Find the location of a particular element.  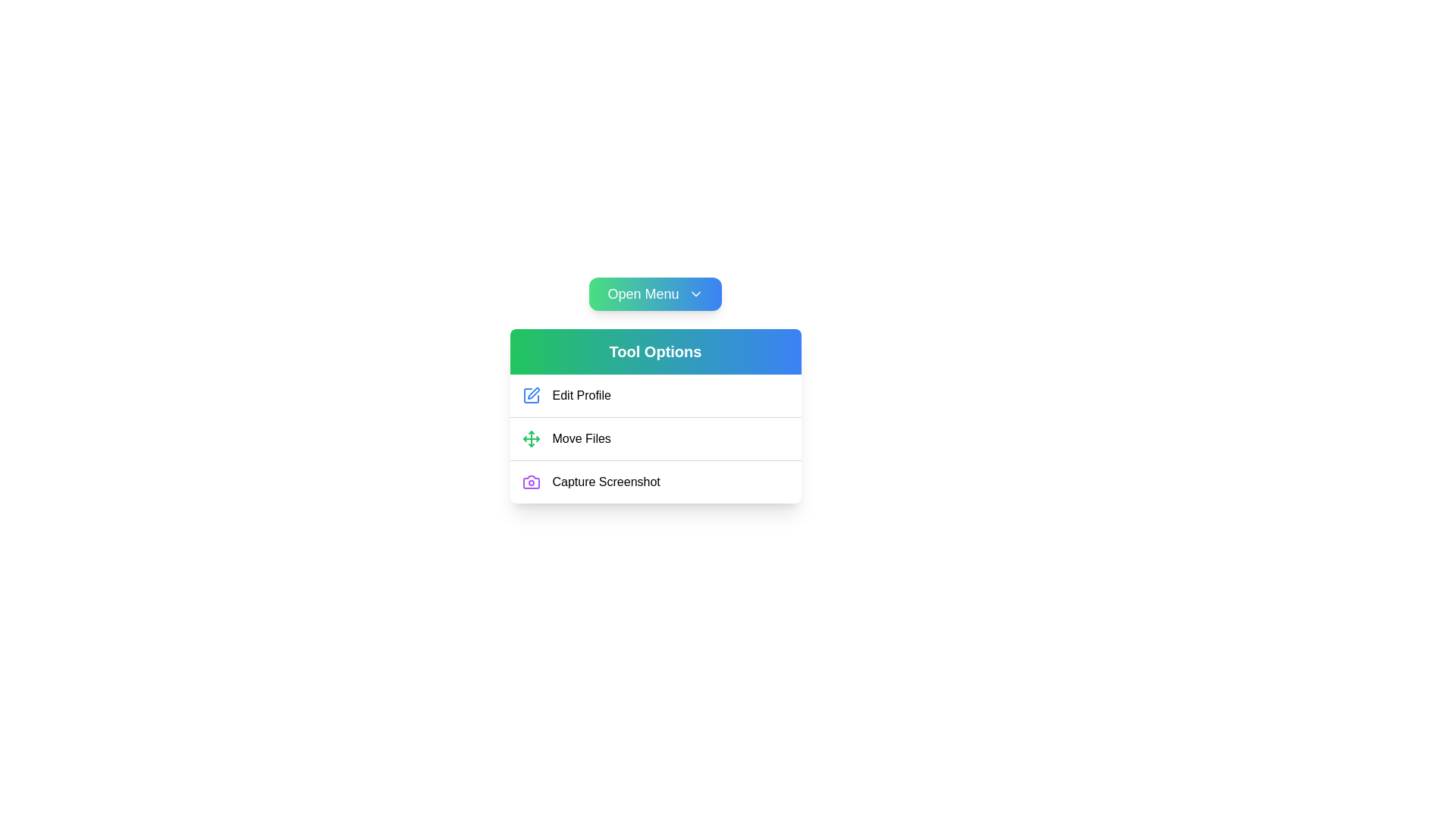

the green move action icon with crossed arrows located immediately to the left of the 'Move Files' text label in the 'Tool Options' dropdown menu is located at coordinates (531, 438).